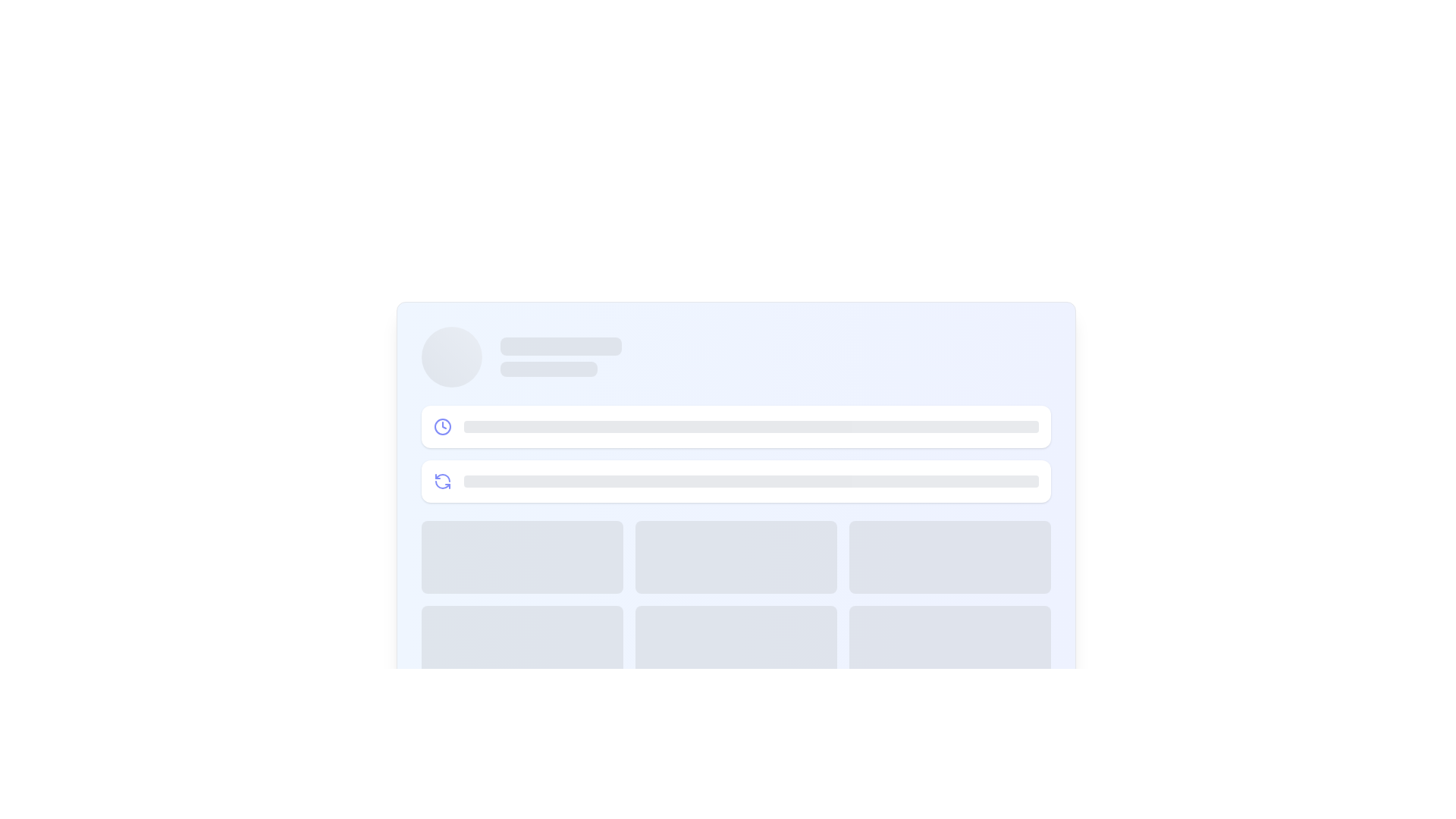 The height and width of the screenshot is (819, 1456). Describe the element at coordinates (949, 642) in the screenshot. I see `the Placeholder block with loading animation, which is a rectangular area with rounded corners and a gray background located in the bottom-right of a 3x2 grid layout` at that location.